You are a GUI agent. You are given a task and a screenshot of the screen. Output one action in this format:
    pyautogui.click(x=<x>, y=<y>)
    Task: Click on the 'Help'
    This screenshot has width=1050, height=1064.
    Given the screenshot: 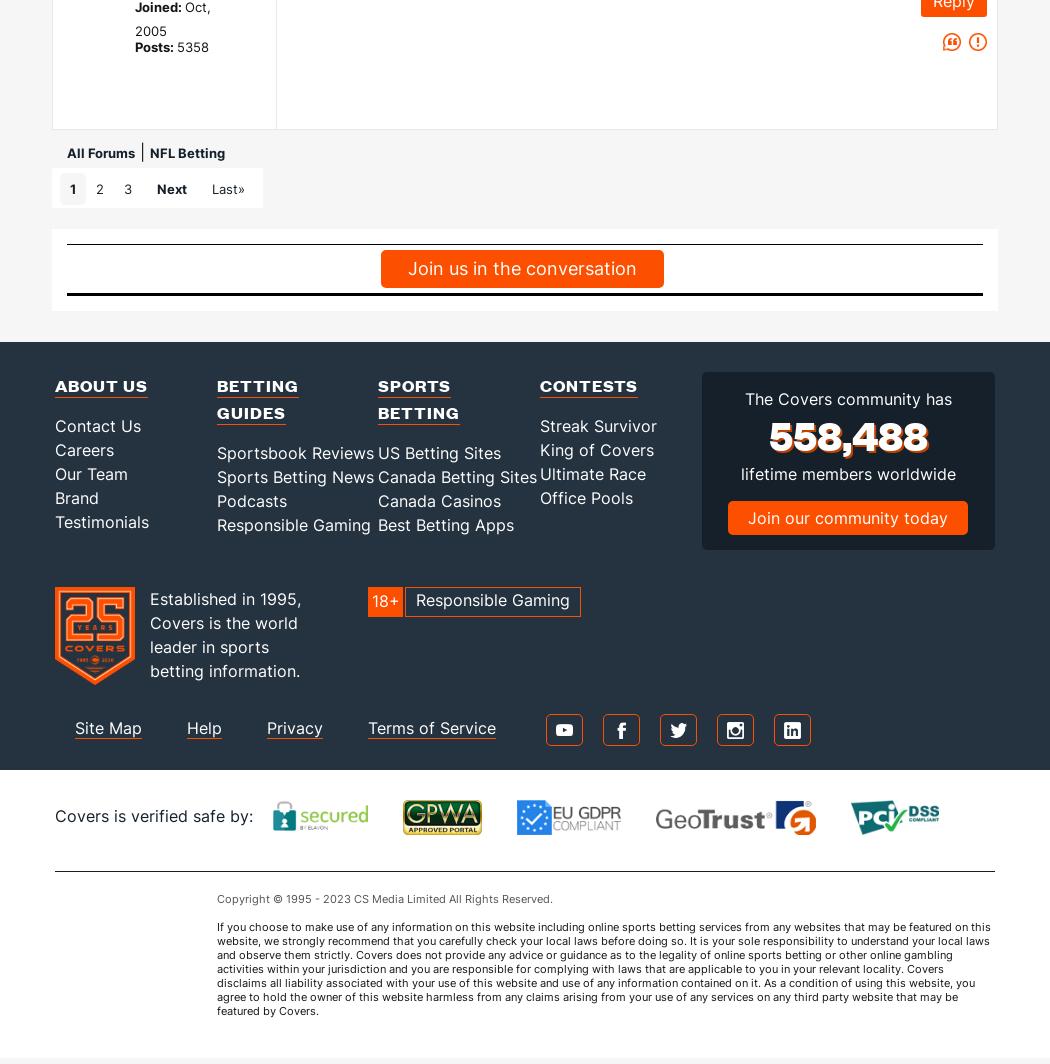 What is the action you would take?
    pyautogui.click(x=203, y=727)
    